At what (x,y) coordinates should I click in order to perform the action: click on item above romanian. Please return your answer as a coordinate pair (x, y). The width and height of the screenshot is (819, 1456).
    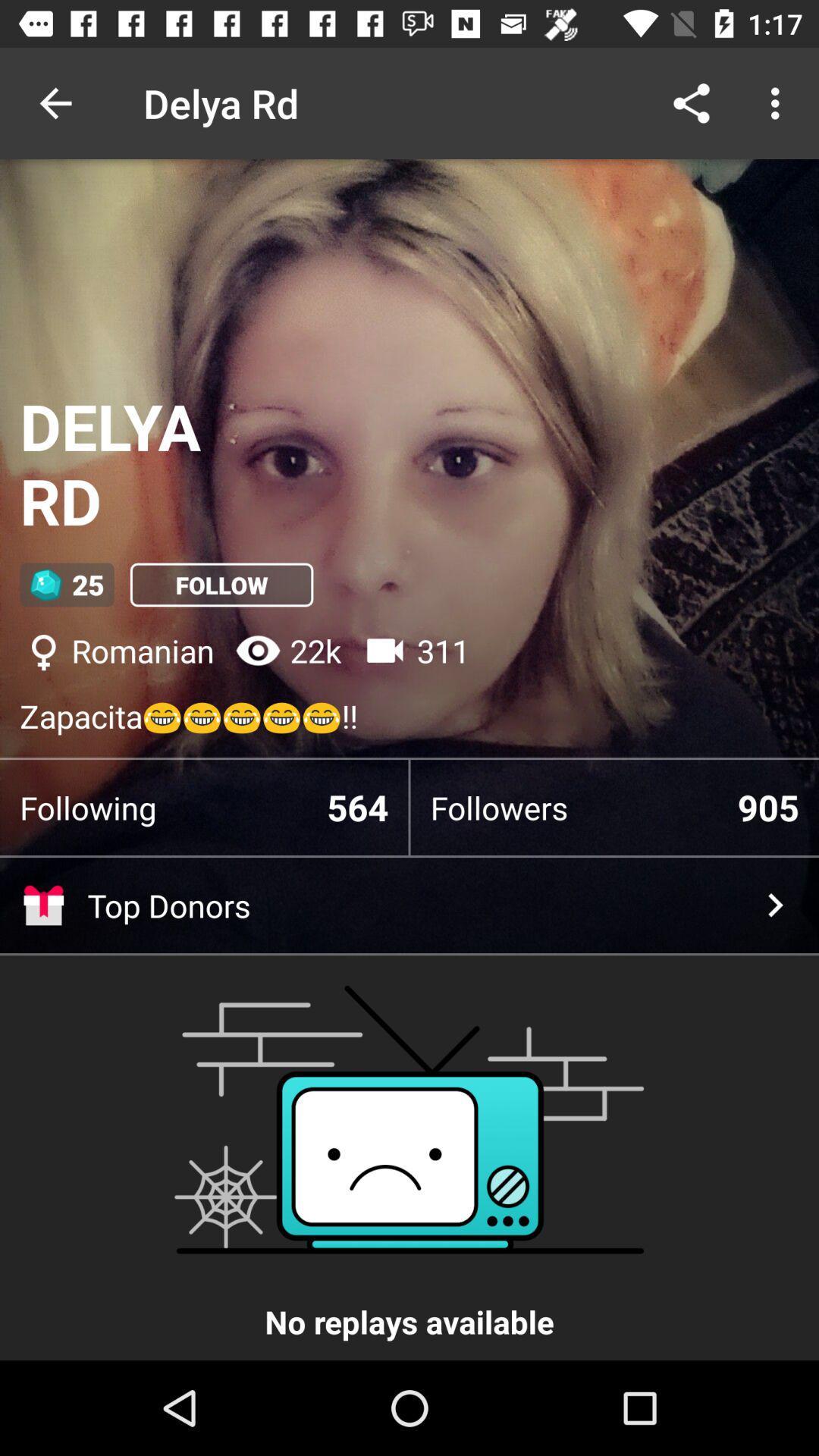
    Looking at the image, I should click on (221, 584).